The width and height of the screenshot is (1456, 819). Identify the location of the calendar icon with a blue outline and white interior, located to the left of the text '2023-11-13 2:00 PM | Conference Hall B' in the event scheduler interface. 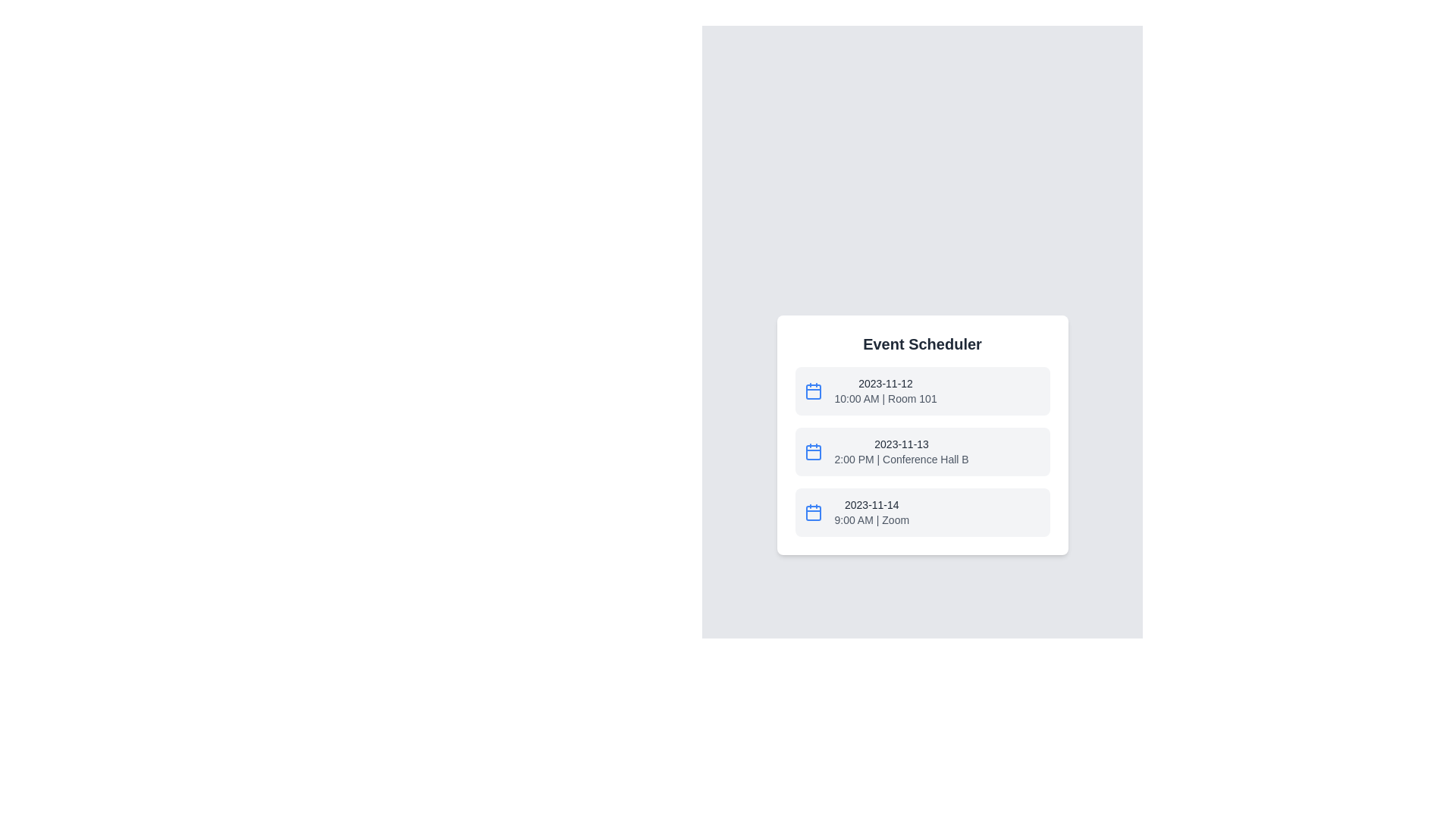
(812, 451).